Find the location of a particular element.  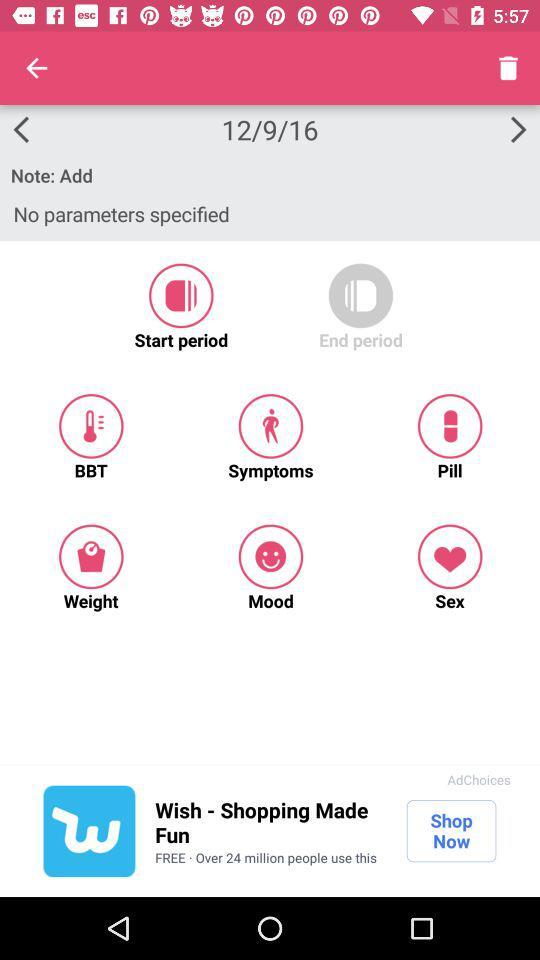

the free over 24 item is located at coordinates (266, 856).